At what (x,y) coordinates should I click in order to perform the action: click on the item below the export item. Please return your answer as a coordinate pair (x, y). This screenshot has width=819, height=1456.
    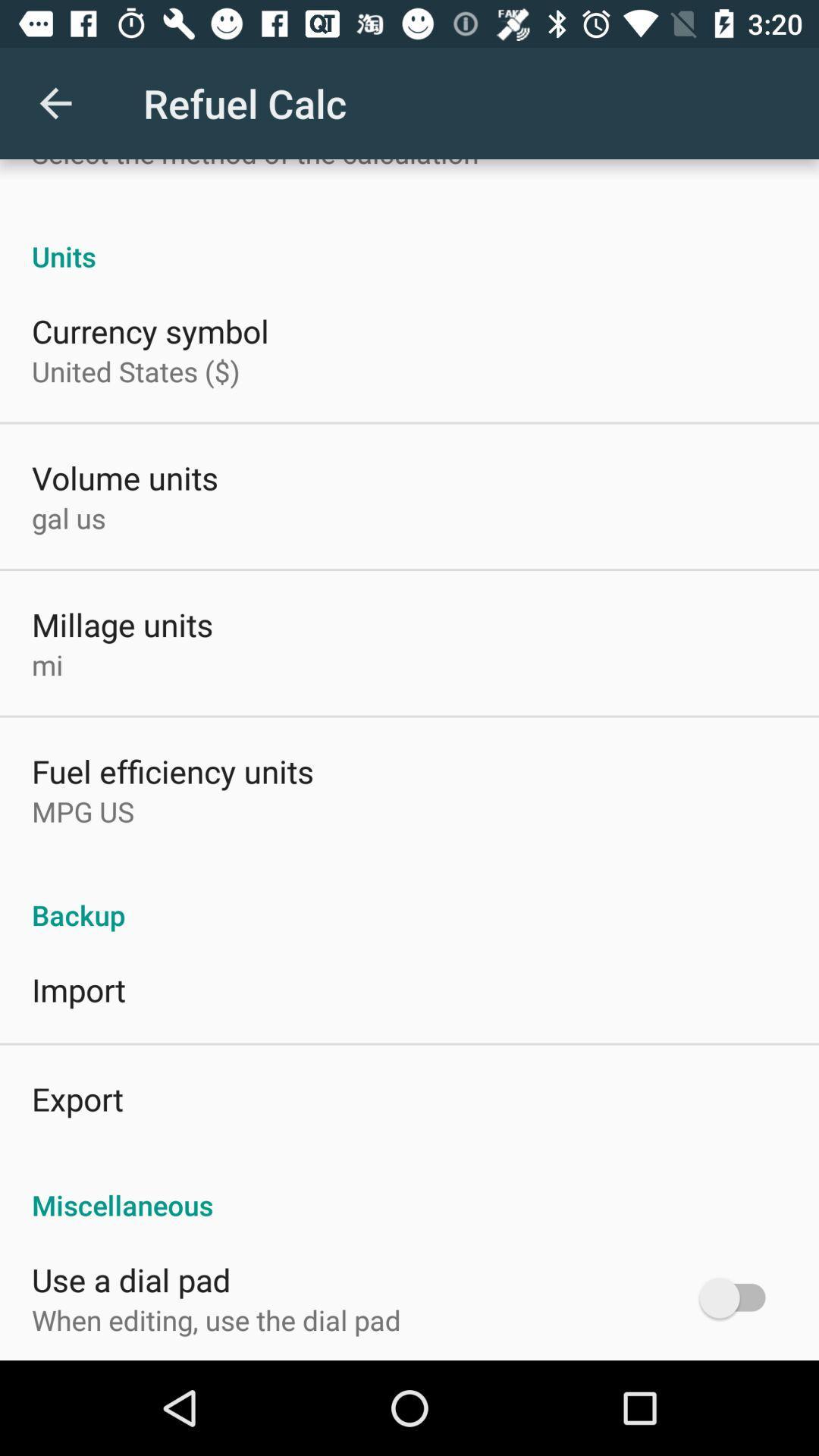
    Looking at the image, I should click on (409, 1188).